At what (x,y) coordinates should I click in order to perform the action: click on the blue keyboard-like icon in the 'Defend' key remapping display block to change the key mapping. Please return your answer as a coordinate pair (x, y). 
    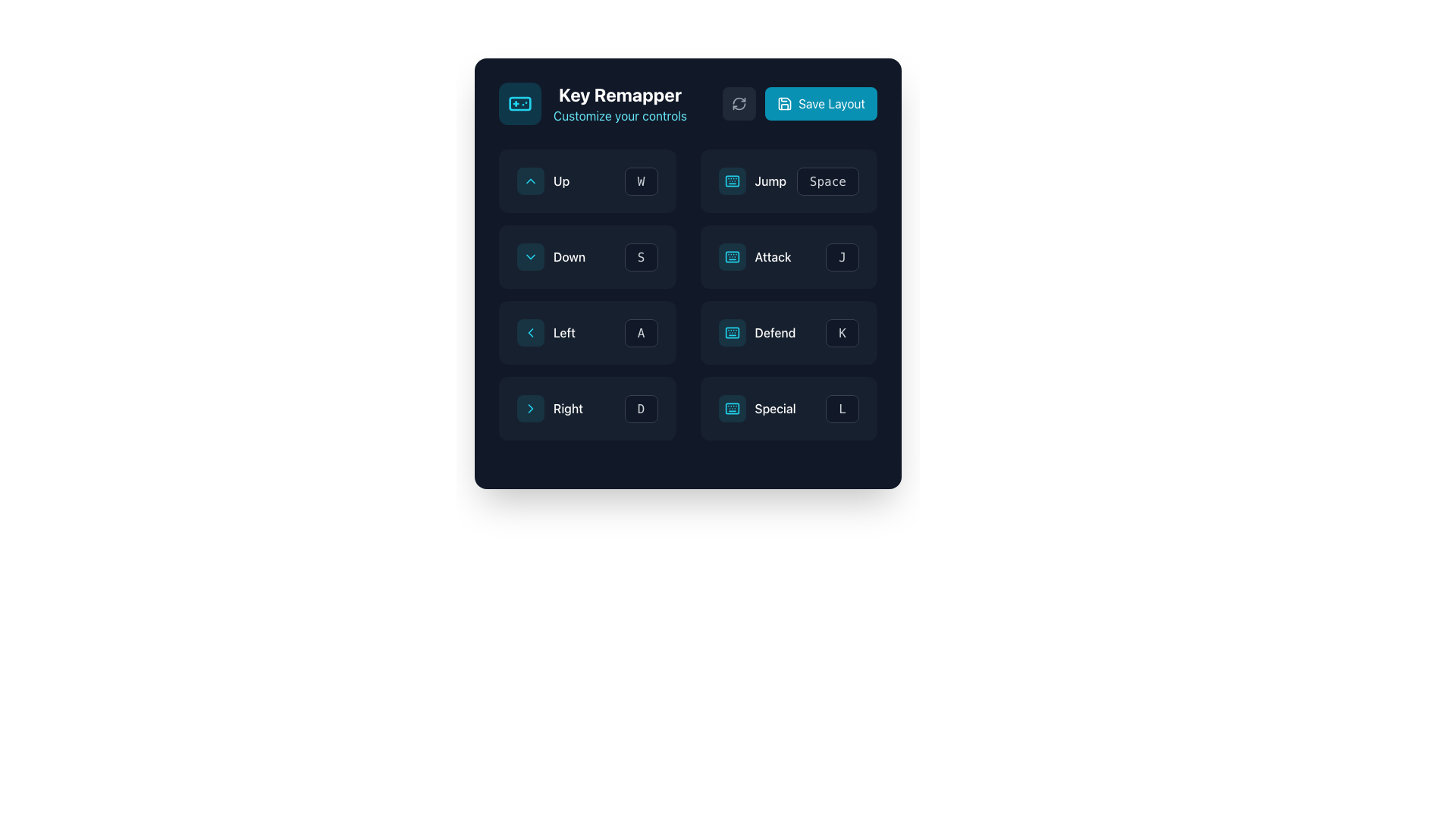
    Looking at the image, I should click on (789, 332).